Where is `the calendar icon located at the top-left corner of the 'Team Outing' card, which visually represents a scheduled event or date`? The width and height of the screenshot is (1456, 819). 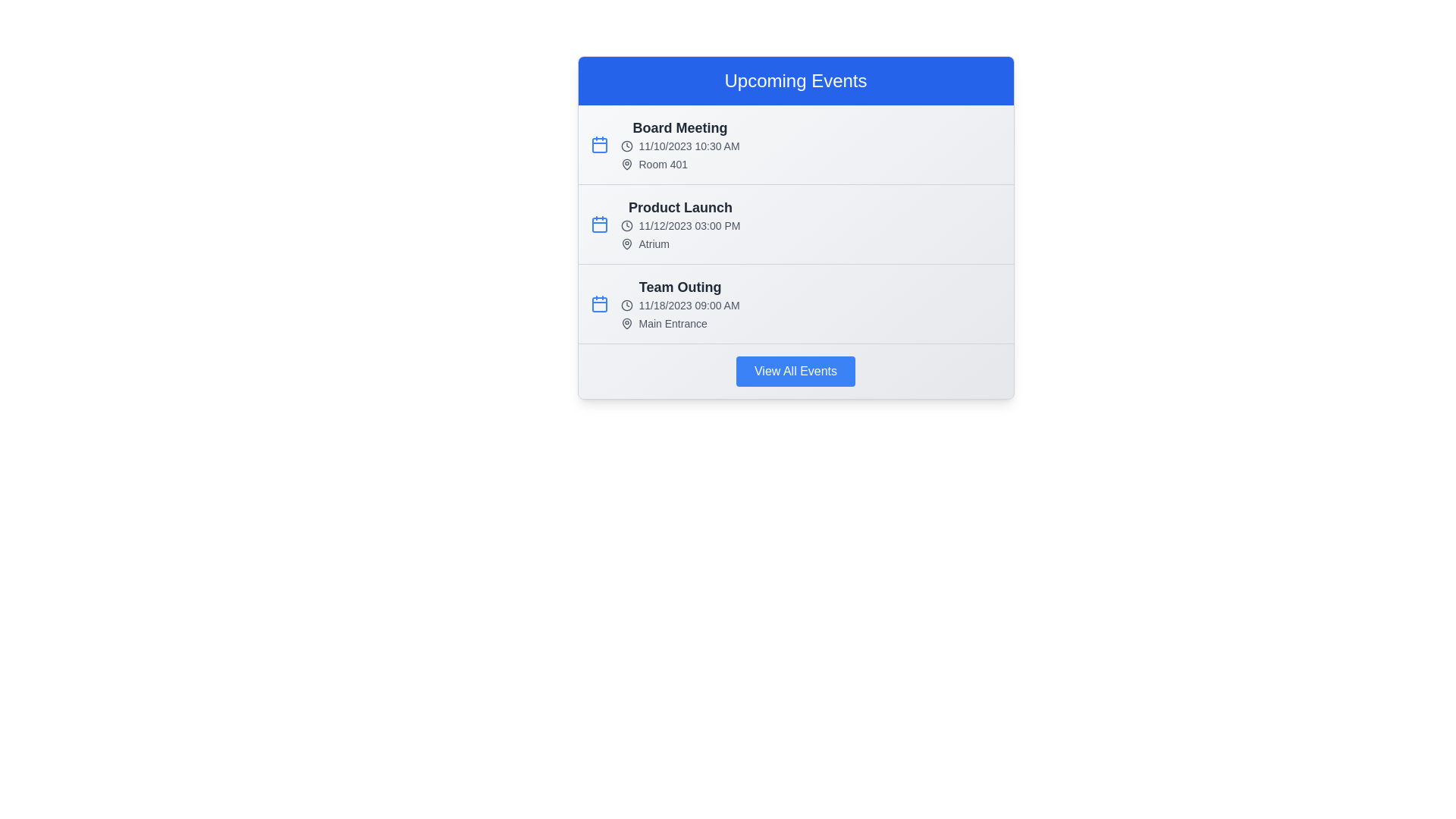 the calendar icon located at the top-left corner of the 'Team Outing' card, which visually represents a scheduled event or date is located at coordinates (598, 304).